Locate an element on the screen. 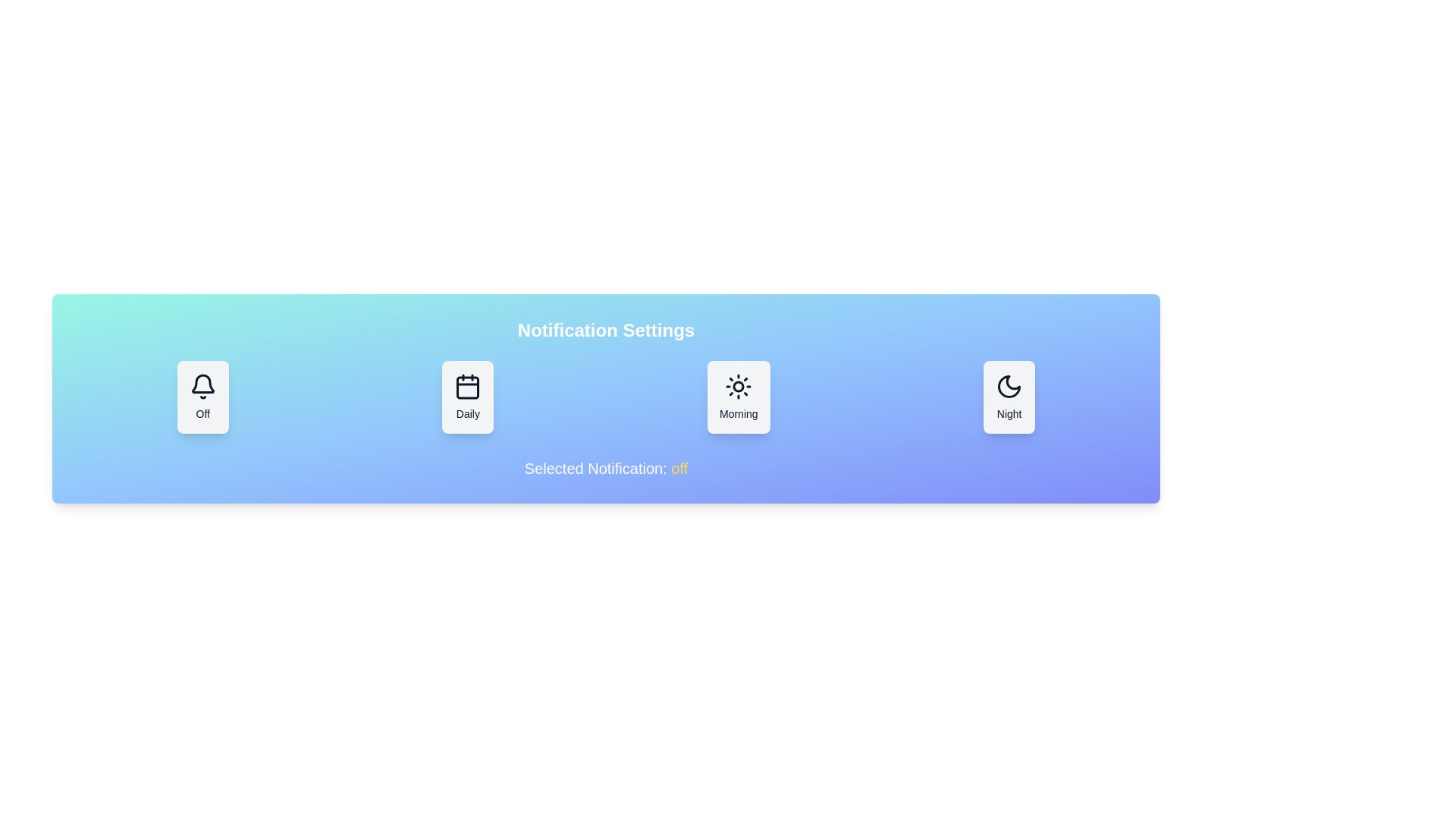  the notification setting to Daily is located at coordinates (467, 397).